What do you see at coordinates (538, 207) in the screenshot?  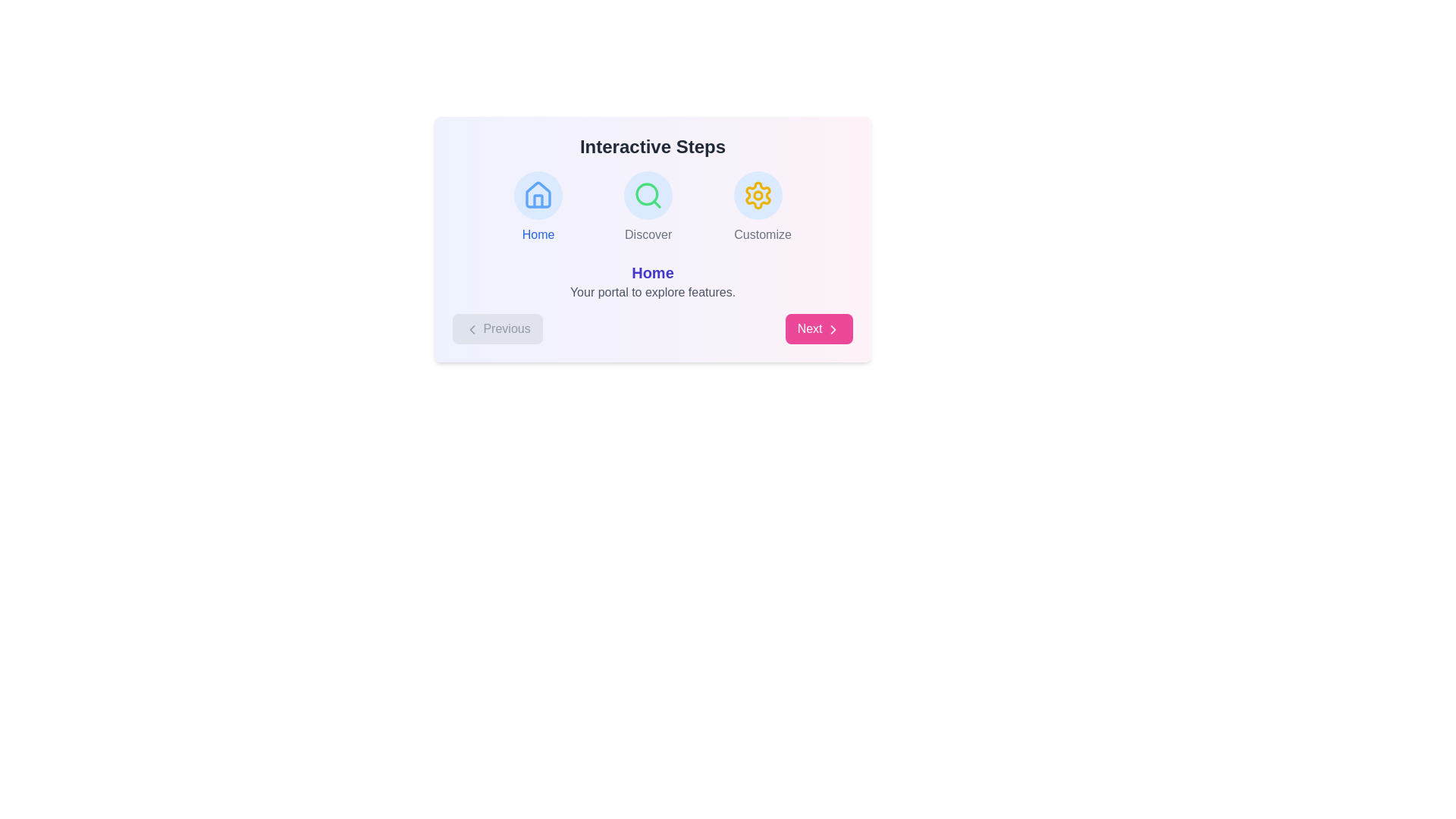 I see `the 'Home' icon with text label located in the top left section of a group of navigation icons` at bounding box center [538, 207].